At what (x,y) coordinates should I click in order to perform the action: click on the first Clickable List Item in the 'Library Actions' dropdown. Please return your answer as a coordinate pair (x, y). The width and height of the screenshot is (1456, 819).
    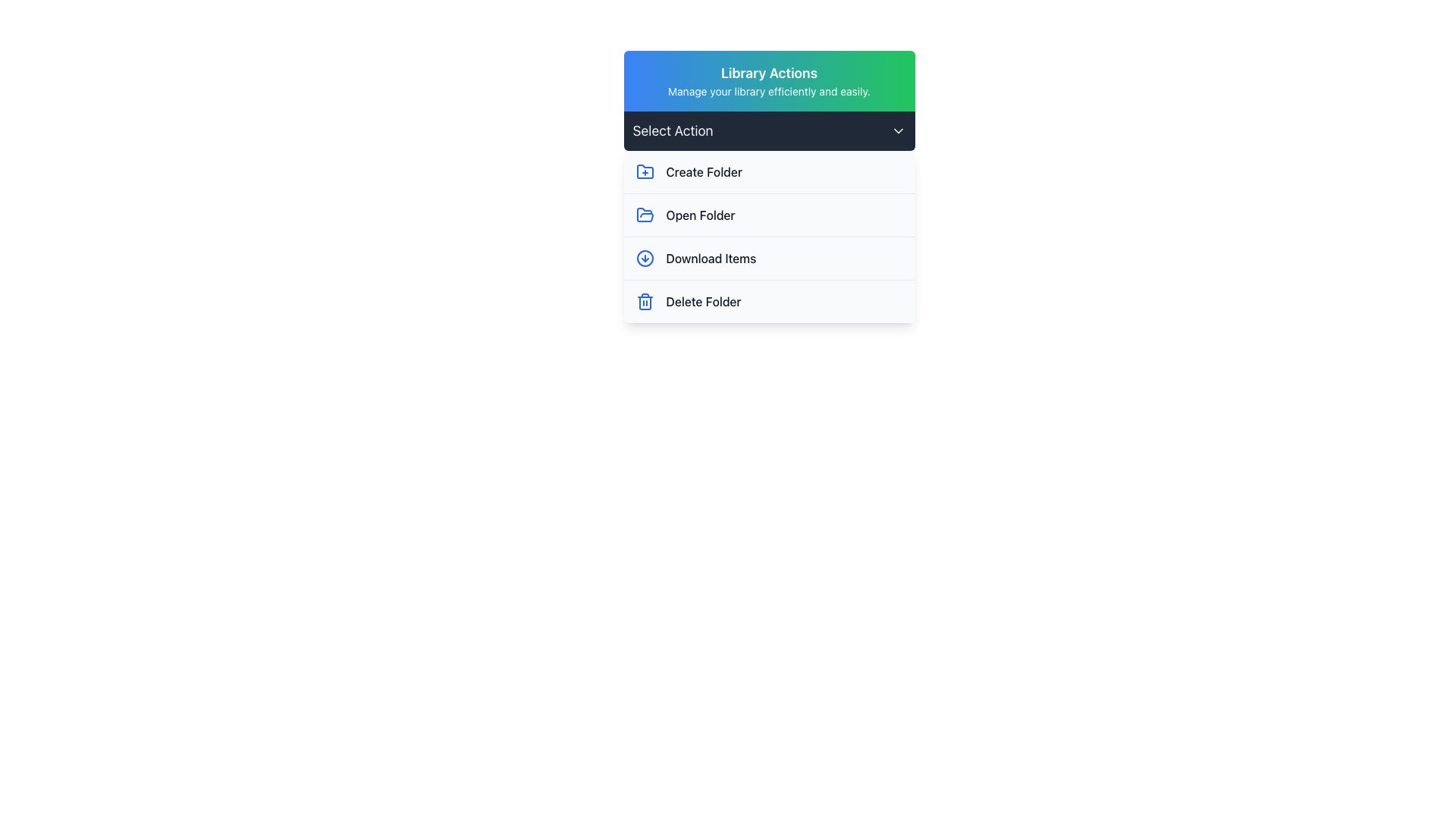
    Looking at the image, I should click on (769, 171).